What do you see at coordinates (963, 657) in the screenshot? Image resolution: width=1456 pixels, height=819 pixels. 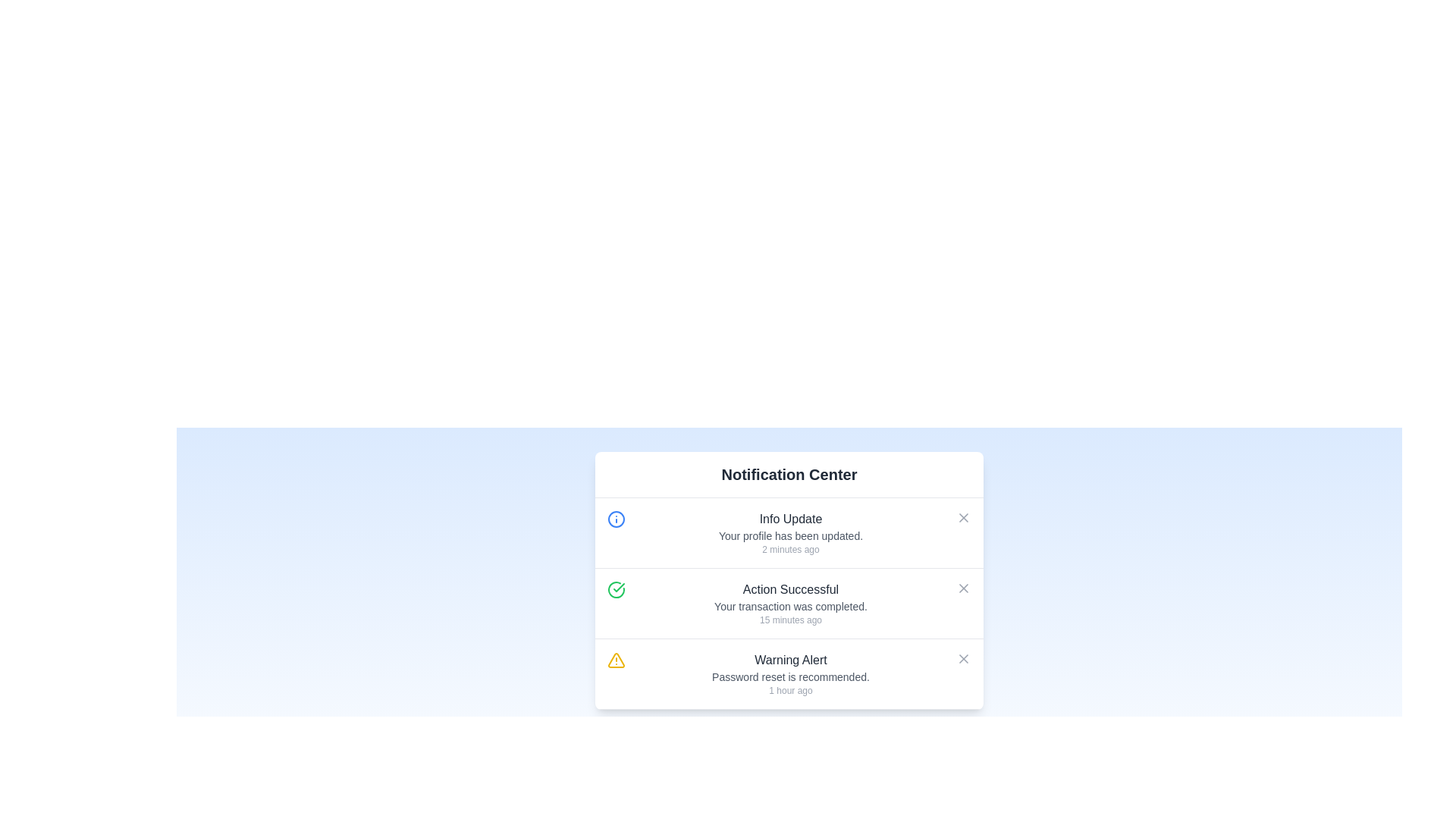 I see `the cross graphic icon outlined in a minimalistic style, which serves as the dismissal option for the 'Warning Alert - Password reset is recommended' notification` at bounding box center [963, 657].